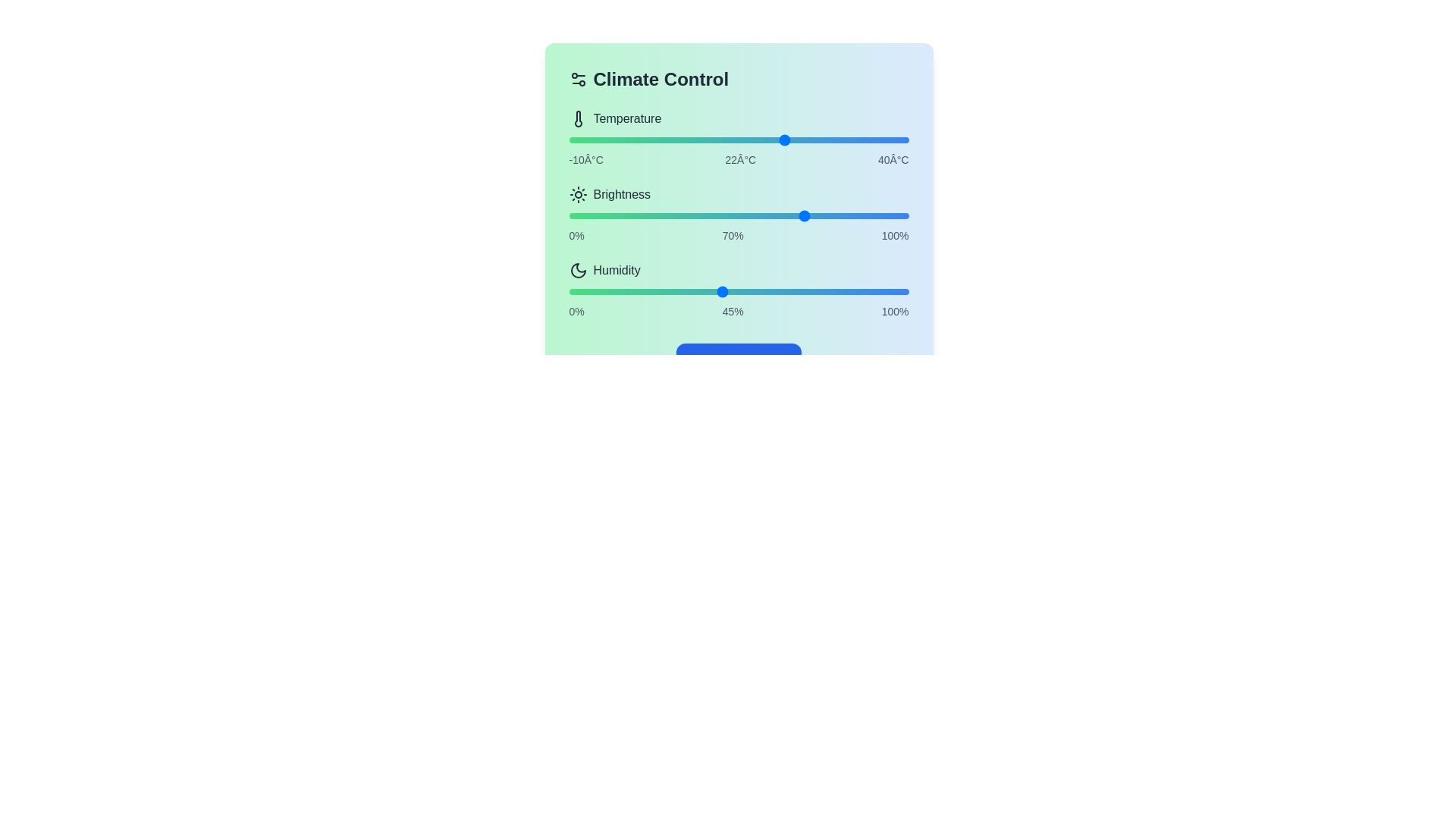 The width and height of the screenshot is (1456, 819). What do you see at coordinates (846, 216) in the screenshot?
I see `the brightness` at bounding box center [846, 216].